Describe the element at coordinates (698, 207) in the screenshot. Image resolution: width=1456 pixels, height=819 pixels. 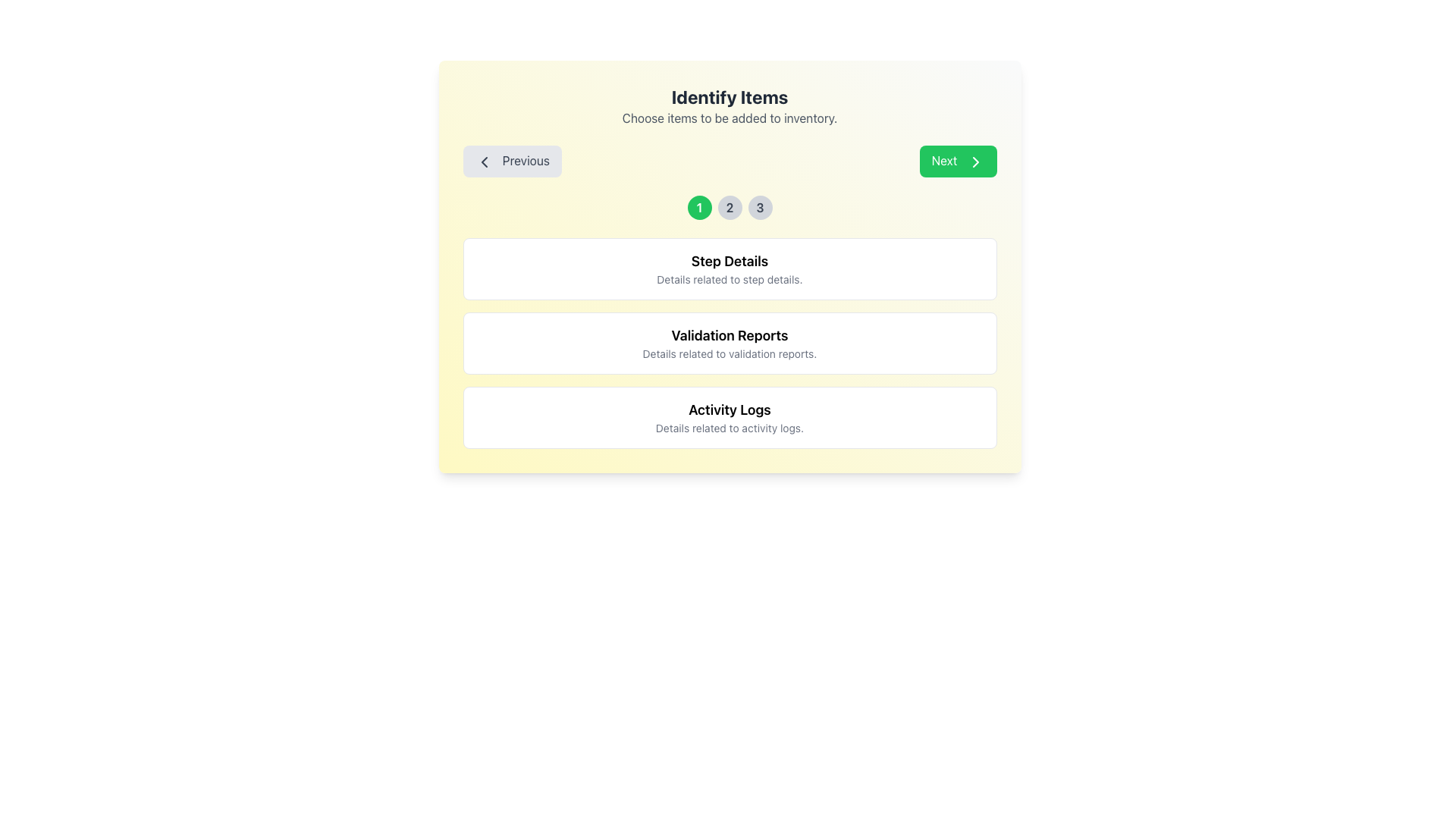
I see `the first circular button labeled '1' located under the title 'Identify Items'` at that location.